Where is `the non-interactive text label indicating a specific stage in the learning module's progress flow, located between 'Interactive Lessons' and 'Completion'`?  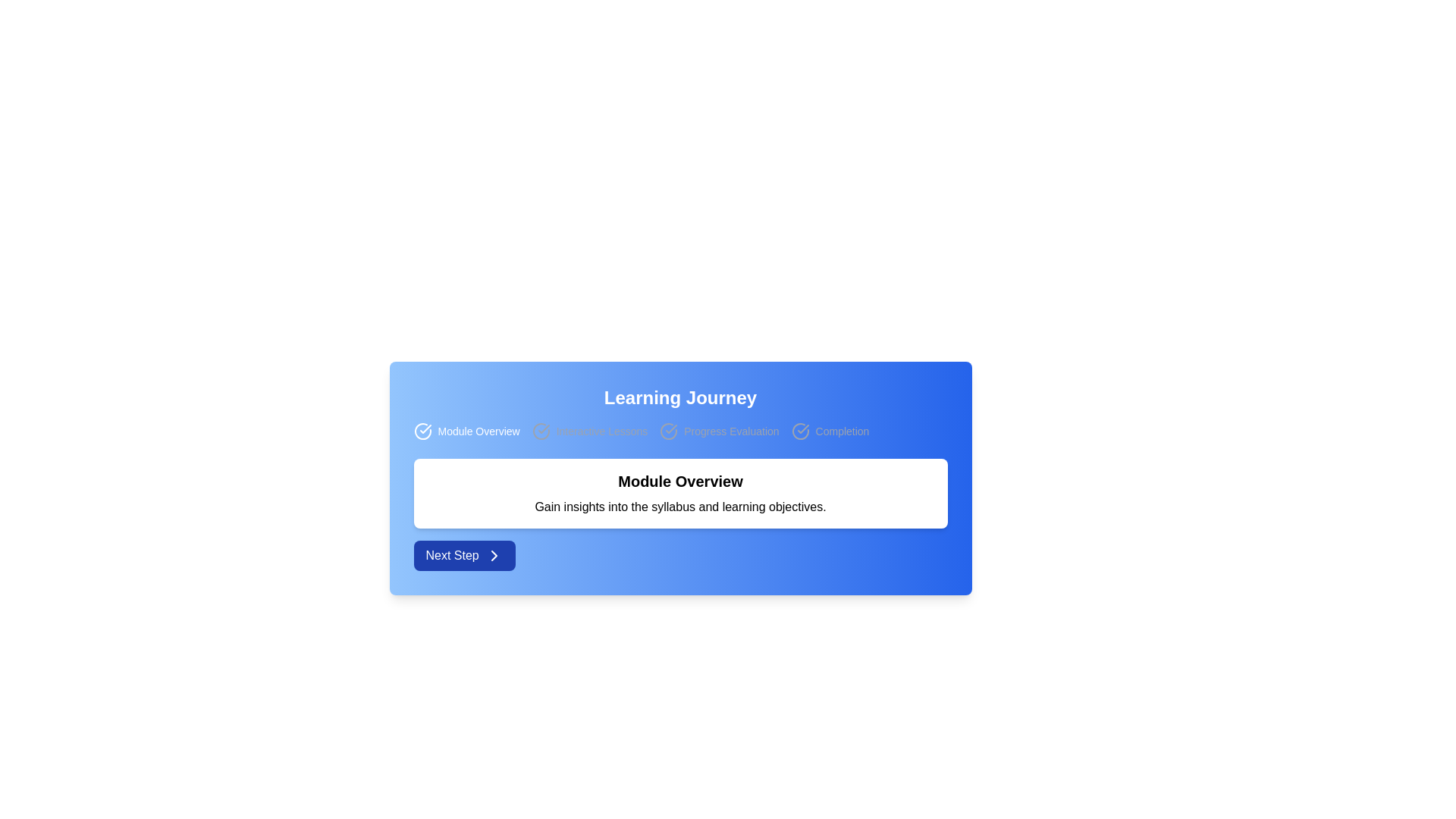 the non-interactive text label indicating a specific stage in the learning module's progress flow, located between 'Interactive Lessons' and 'Completion' is located at coordinates (731, 431).